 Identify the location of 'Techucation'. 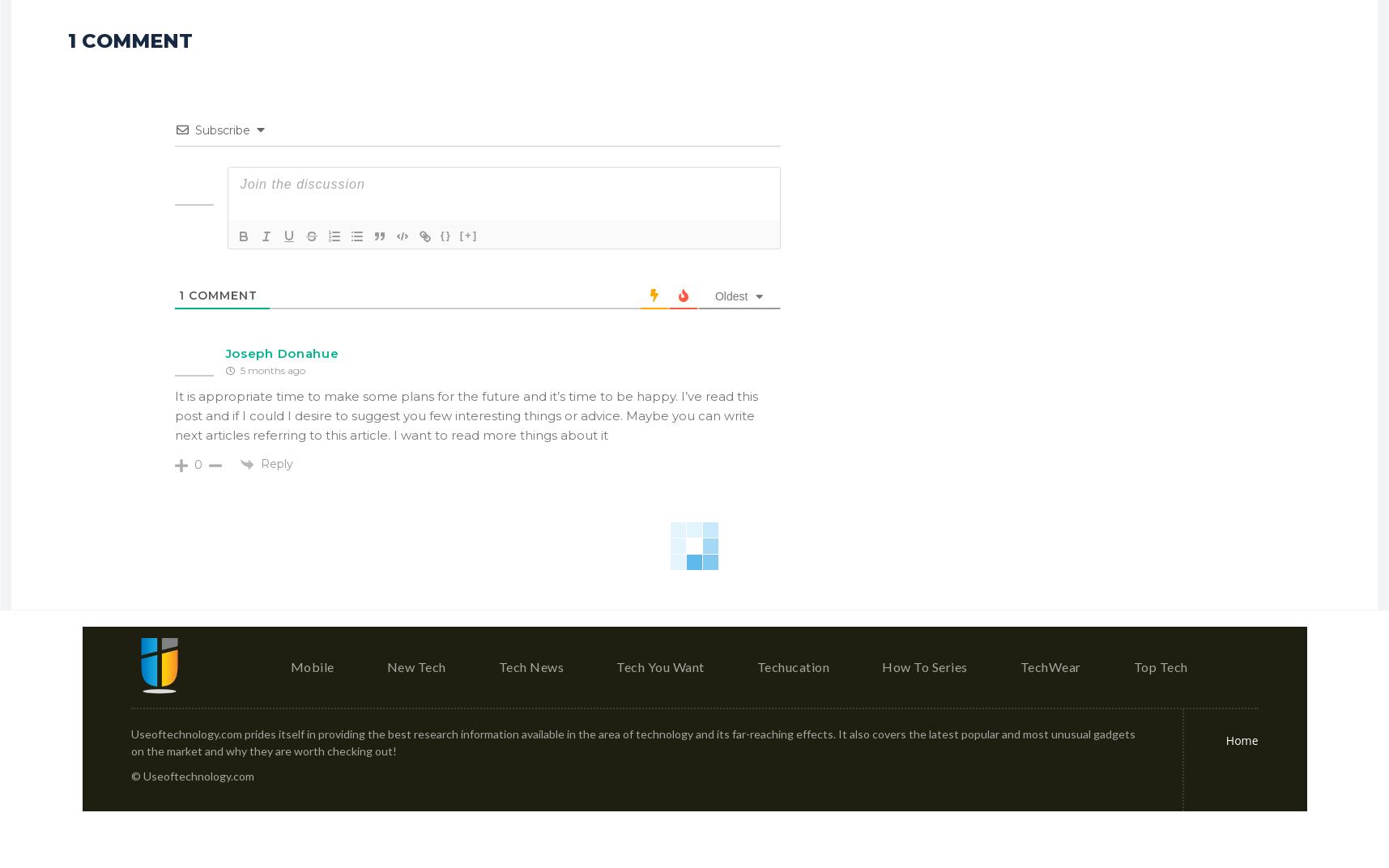
(756, 671).